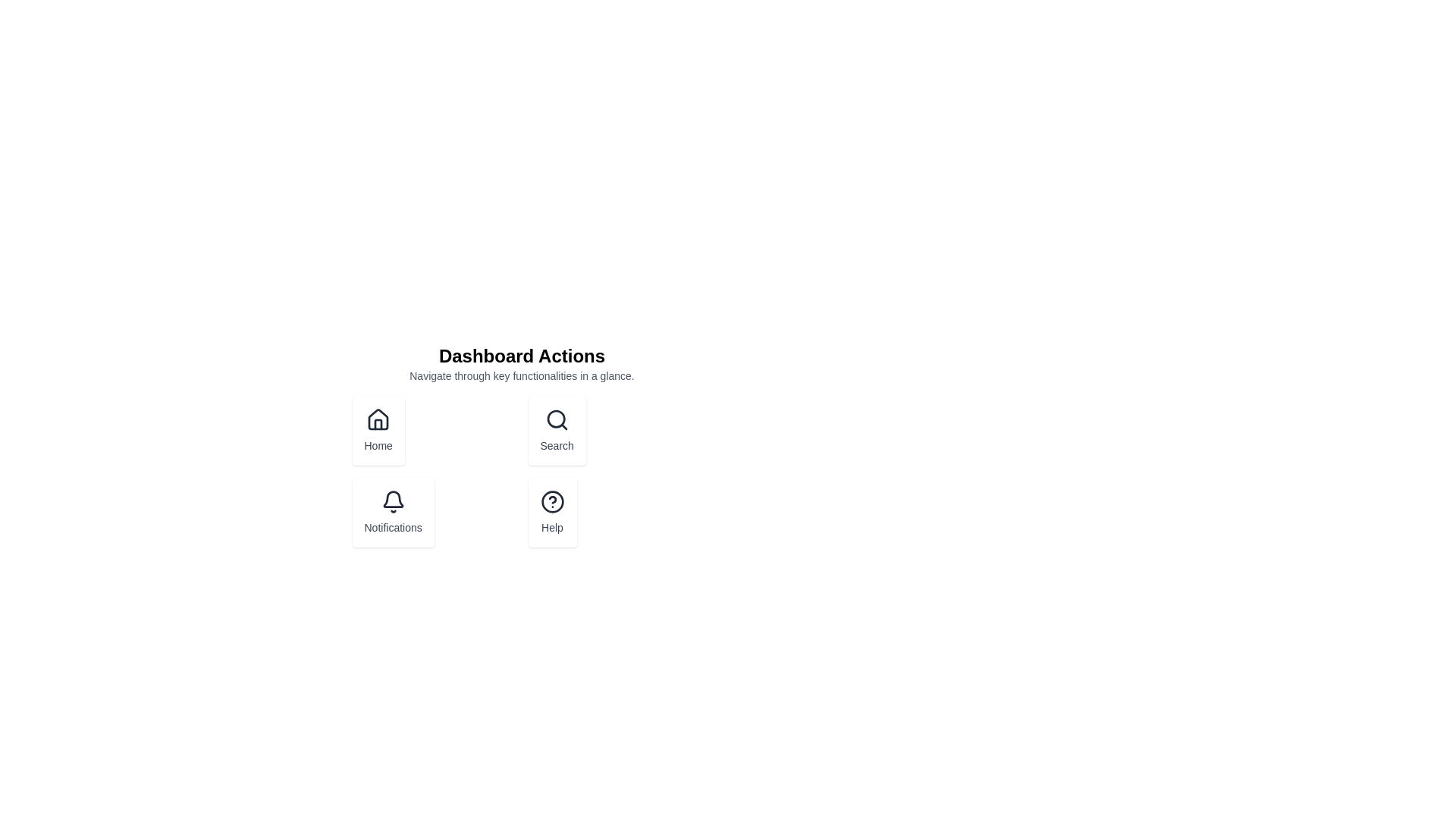 The height and width of the screenshot is (819, 1456). I want to click on the text block with the header 'Dashboard Actions' and subtext 'Navigate through key functionalities in a glance.', so click(522, 363).